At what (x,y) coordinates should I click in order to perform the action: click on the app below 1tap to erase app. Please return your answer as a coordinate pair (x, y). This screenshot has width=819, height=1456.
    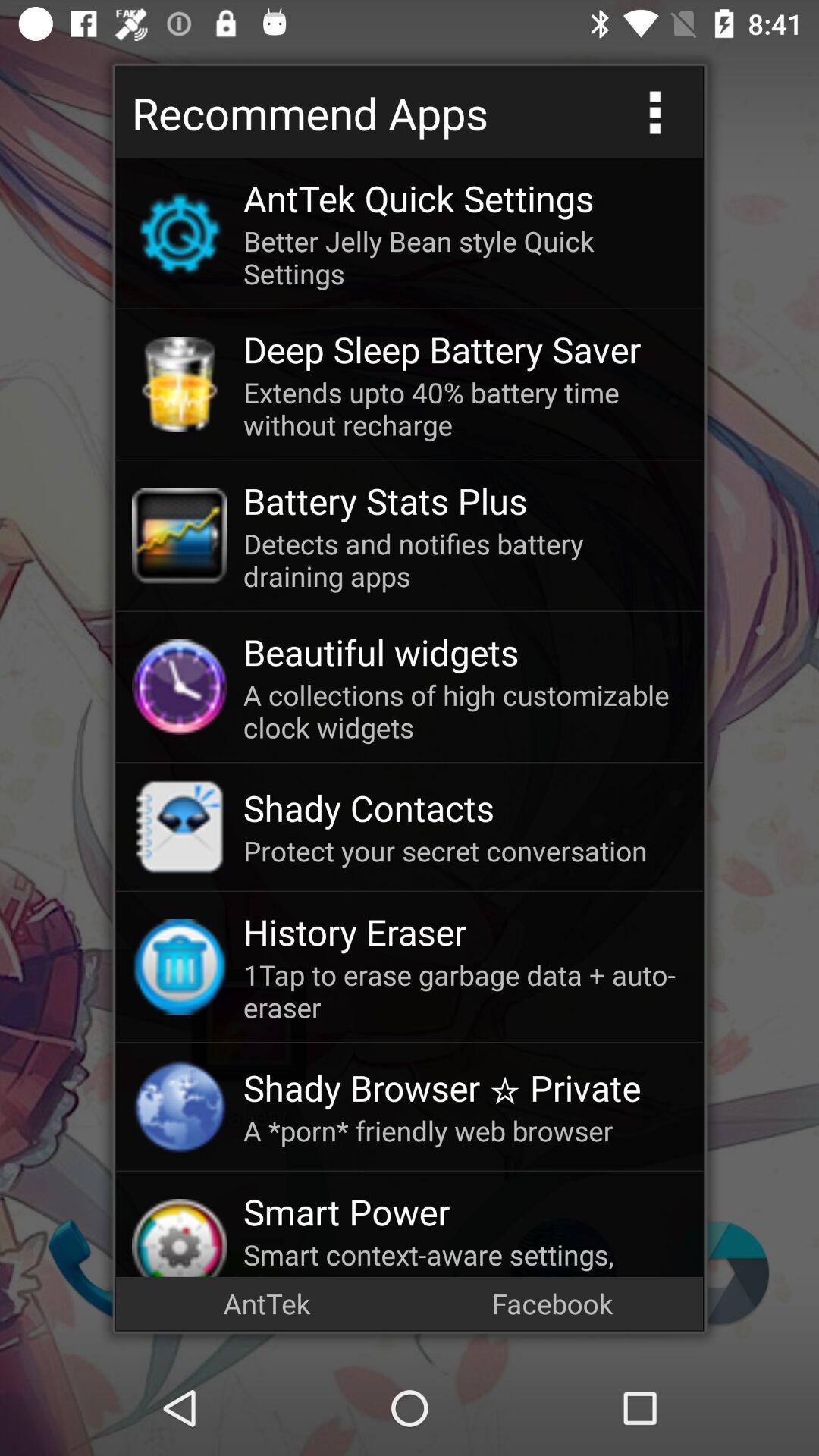
    Looking at the image, I should click on (464, 1087).